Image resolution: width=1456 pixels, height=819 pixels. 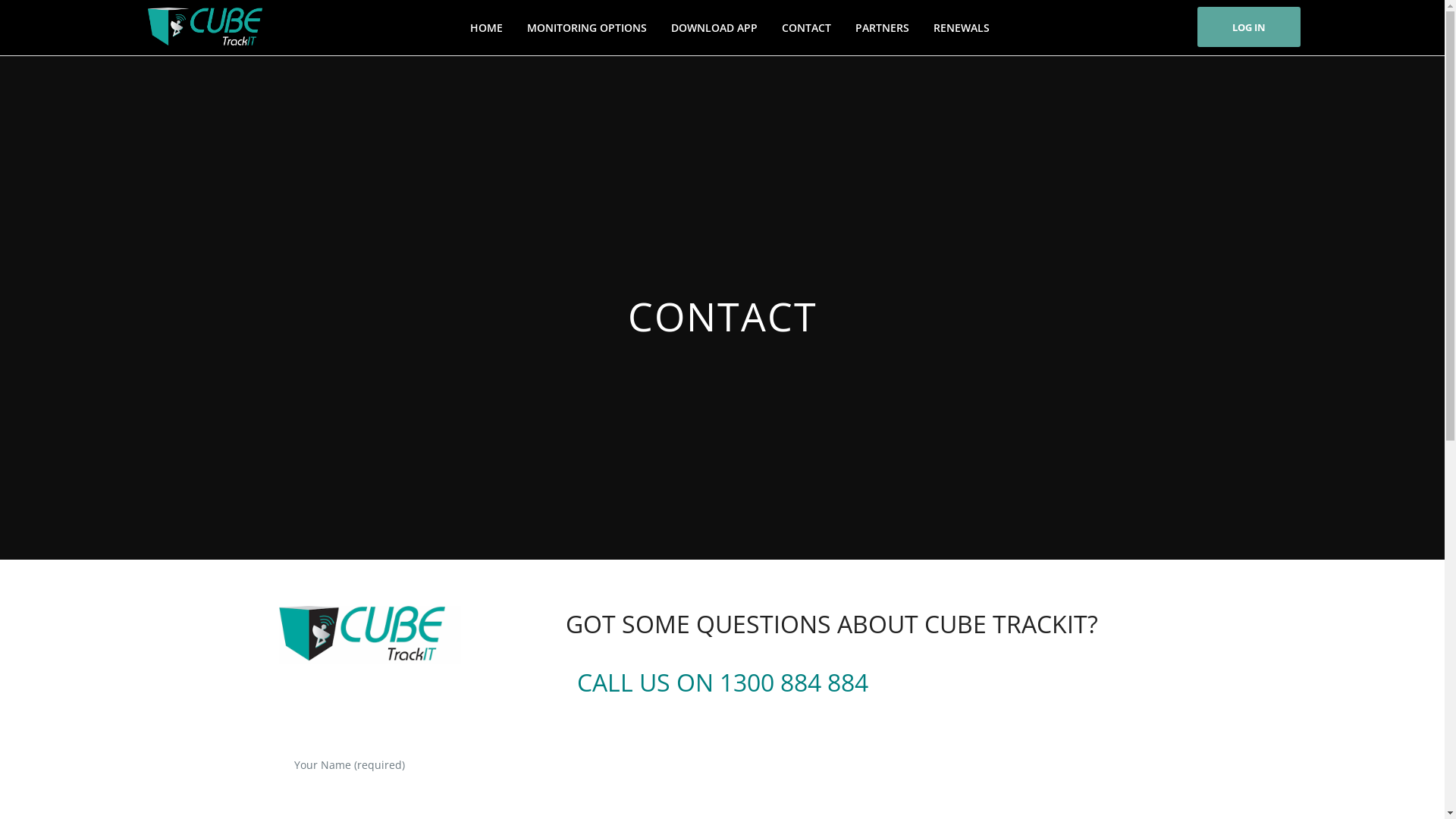 What do you see at coordinates (882, 27) in the screenshot?
I see `'PARTNERS'` at bounding box center [882, 27].